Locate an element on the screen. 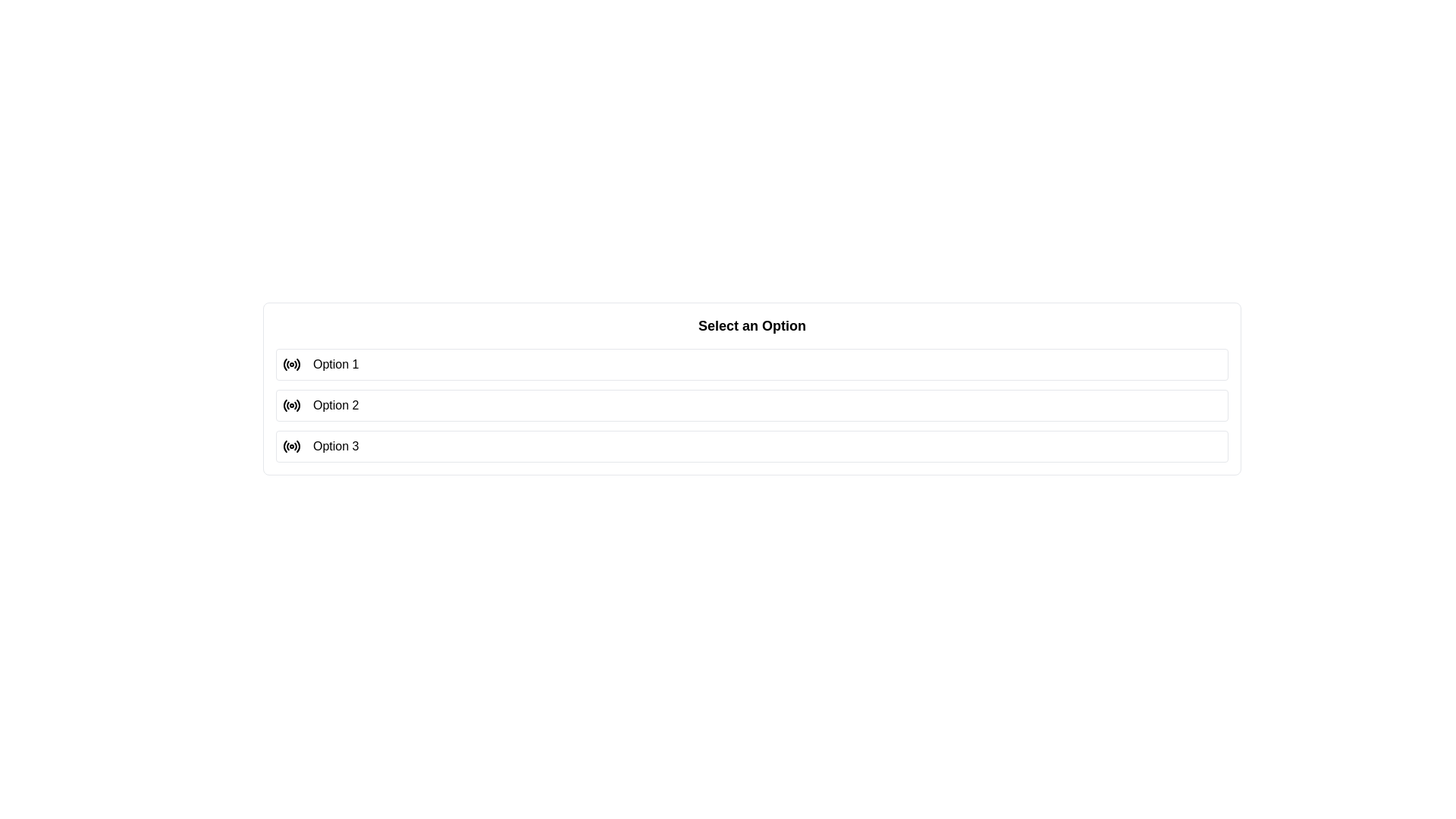  the selectable list option labeled 'Option 3' is located at coordinates (335, 446).